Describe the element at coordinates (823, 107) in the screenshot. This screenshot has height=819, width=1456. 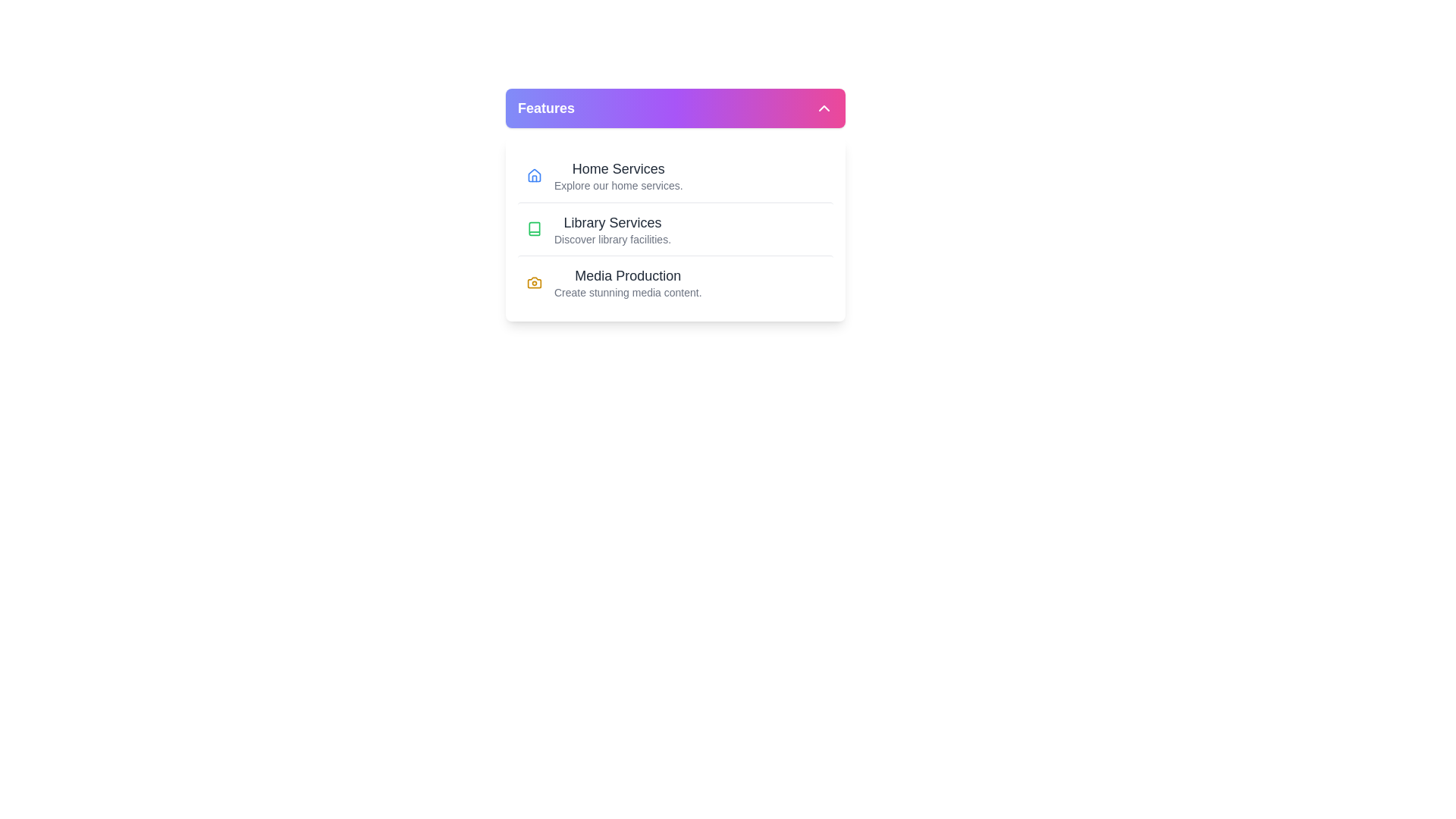
I see `the upward-pointing chevron icon located to the right of the 'Features' text in the gradient header` at that location.